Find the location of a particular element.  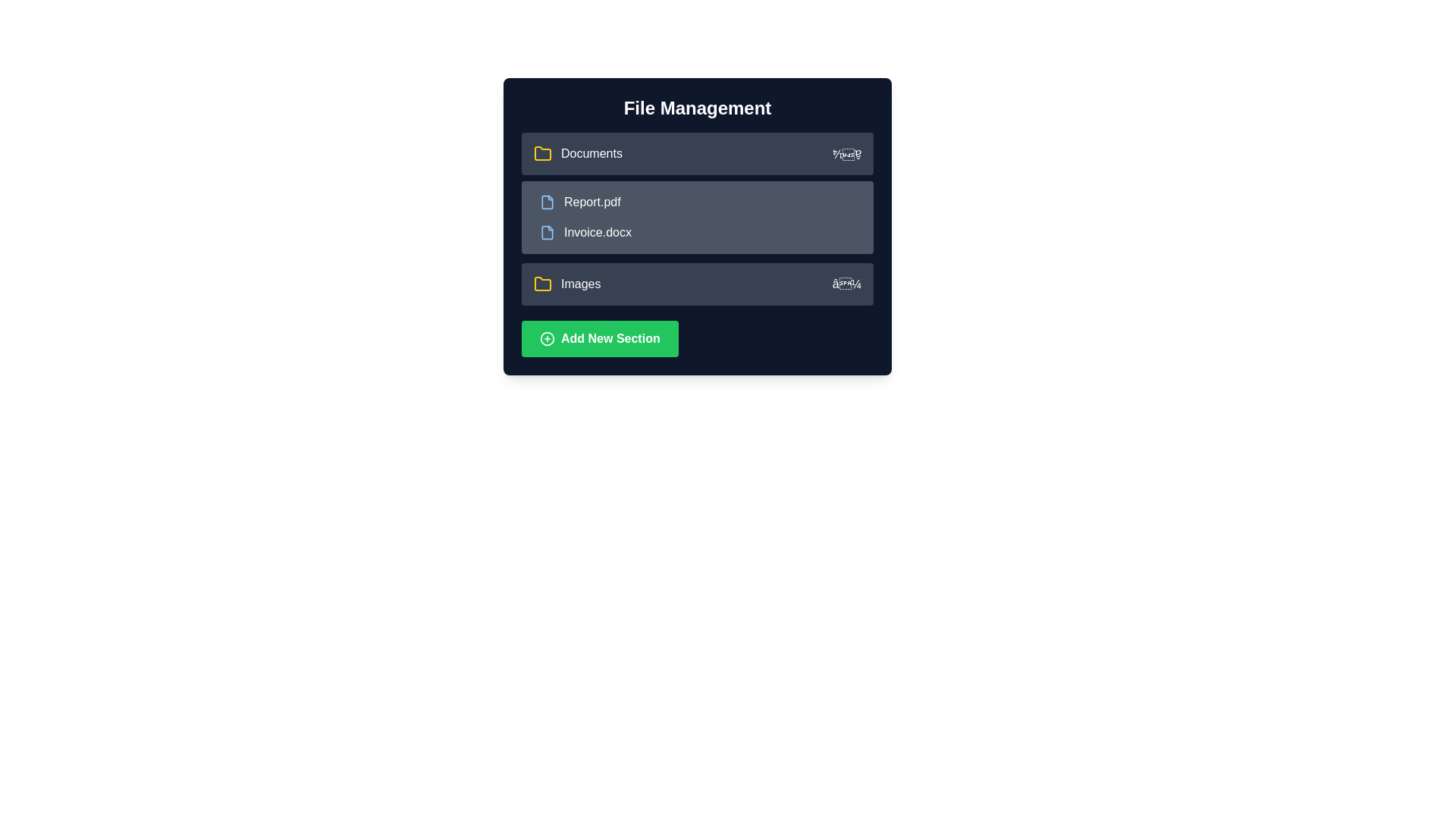

the first selectable item in the 'File Management' section is located at coordinates (697, 201).